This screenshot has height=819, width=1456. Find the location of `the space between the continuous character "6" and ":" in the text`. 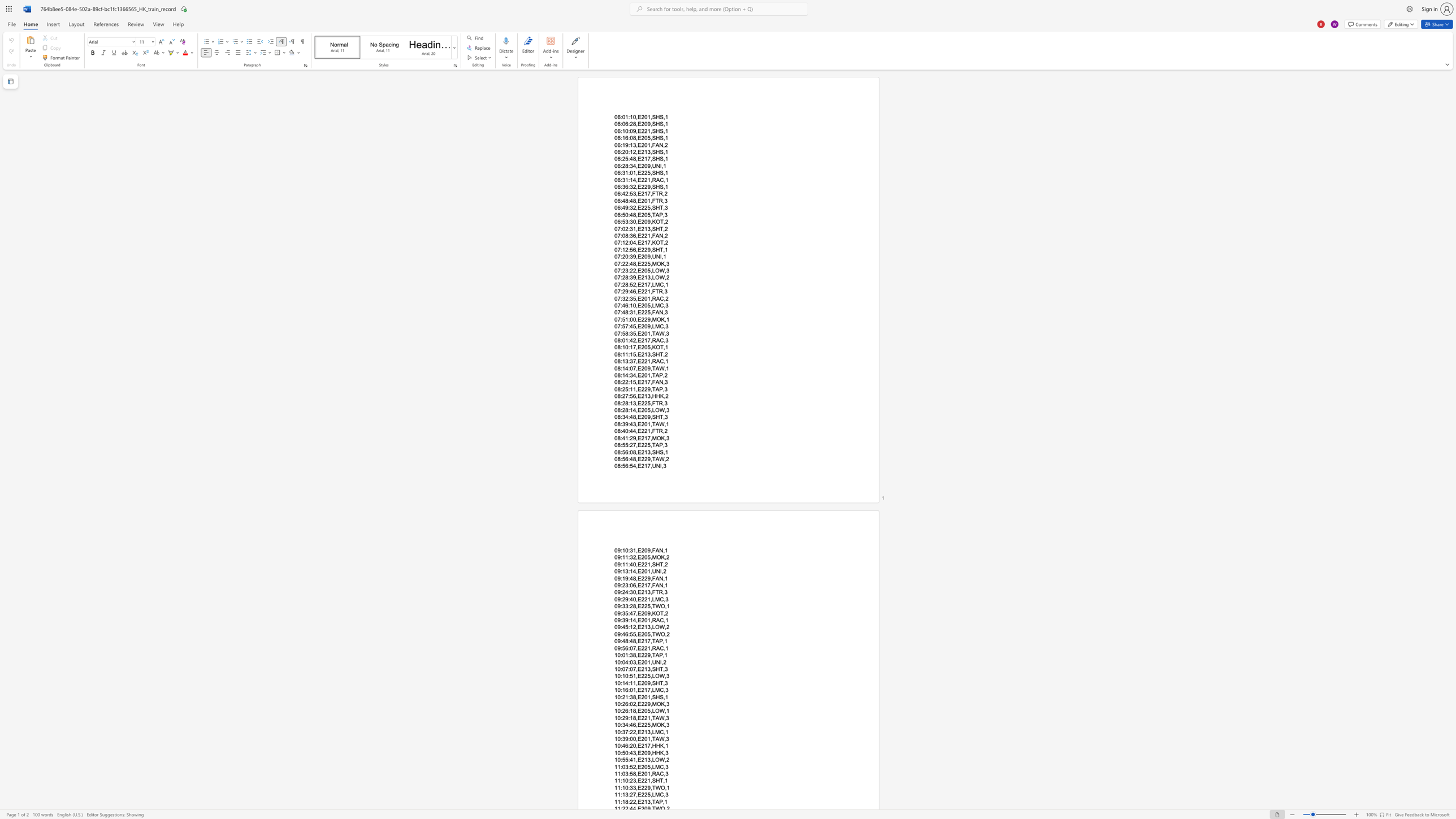

the space between the continuous character "6" and ":" in the text is located at coordinates (628, 703).